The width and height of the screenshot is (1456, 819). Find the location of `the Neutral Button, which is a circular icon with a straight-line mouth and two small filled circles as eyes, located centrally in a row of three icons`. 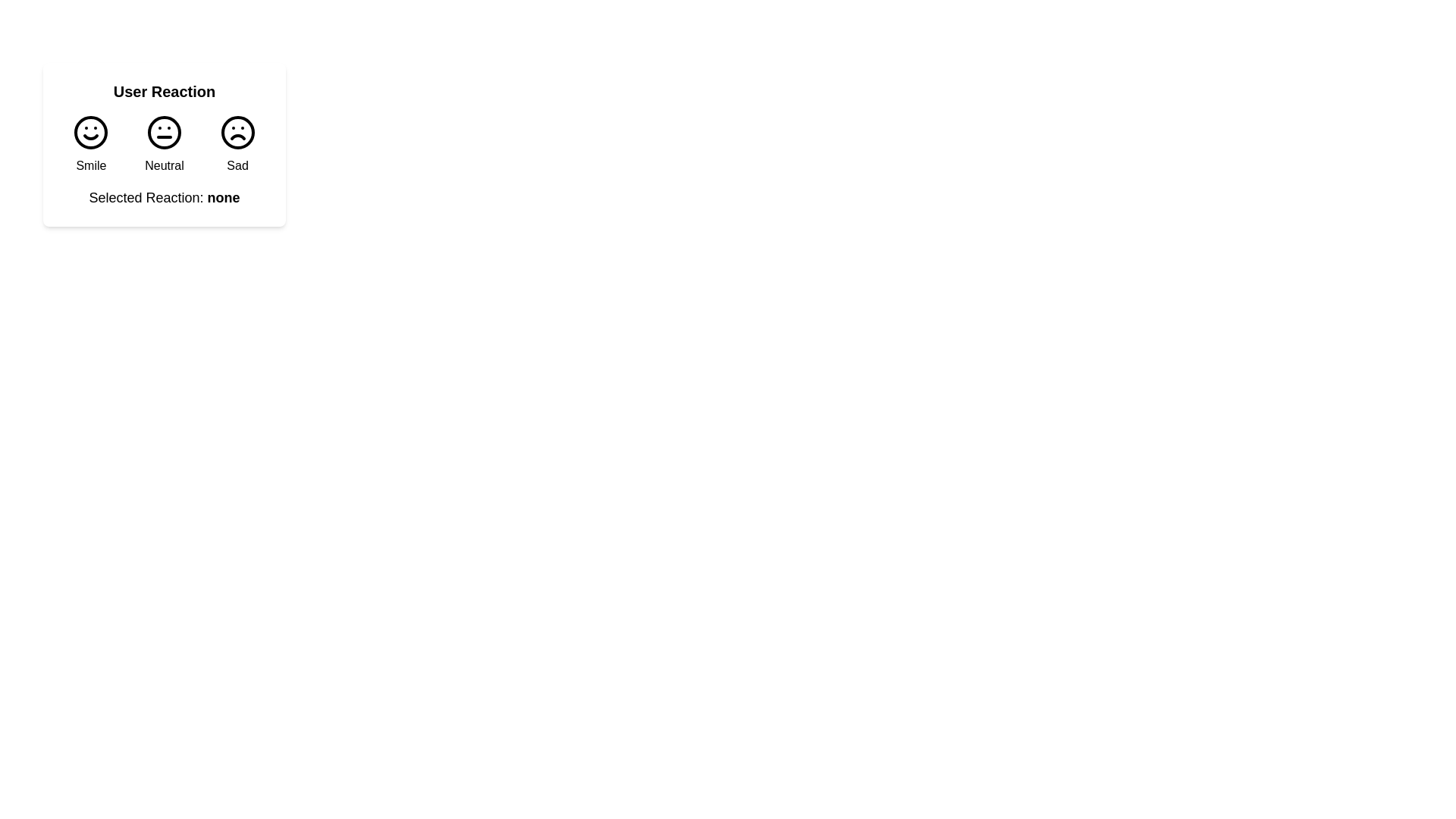

the Neutral Button, which is a circular icon with a straight-line mouth and two small filled circles as eyes, located centrally in a row of three icons is located at coordinates (164, 145).